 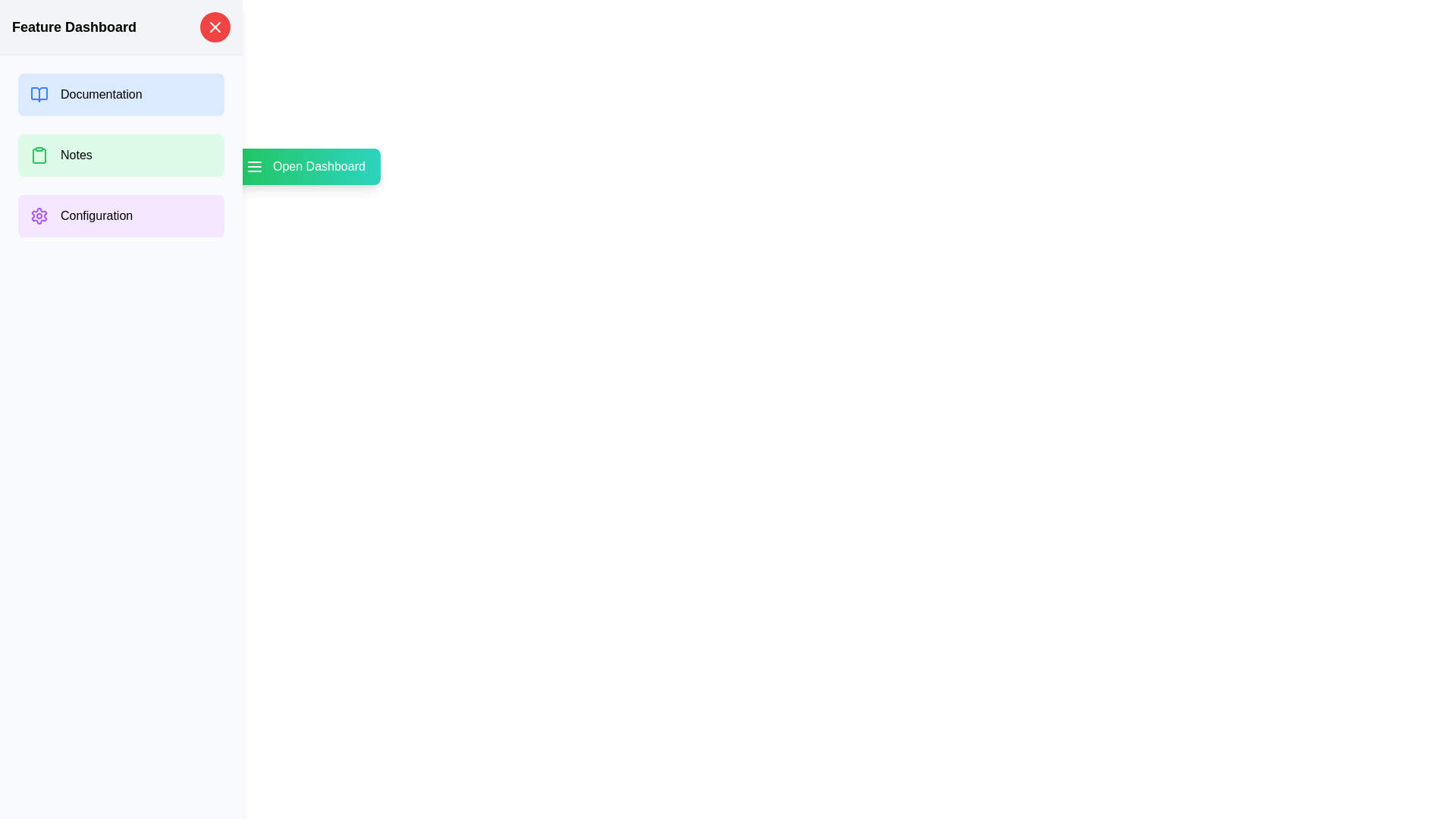 What do you see at coordinates (214, 27) in the screenshot?
I see `the close button inside the drawer` at bounding box center [214, 27].